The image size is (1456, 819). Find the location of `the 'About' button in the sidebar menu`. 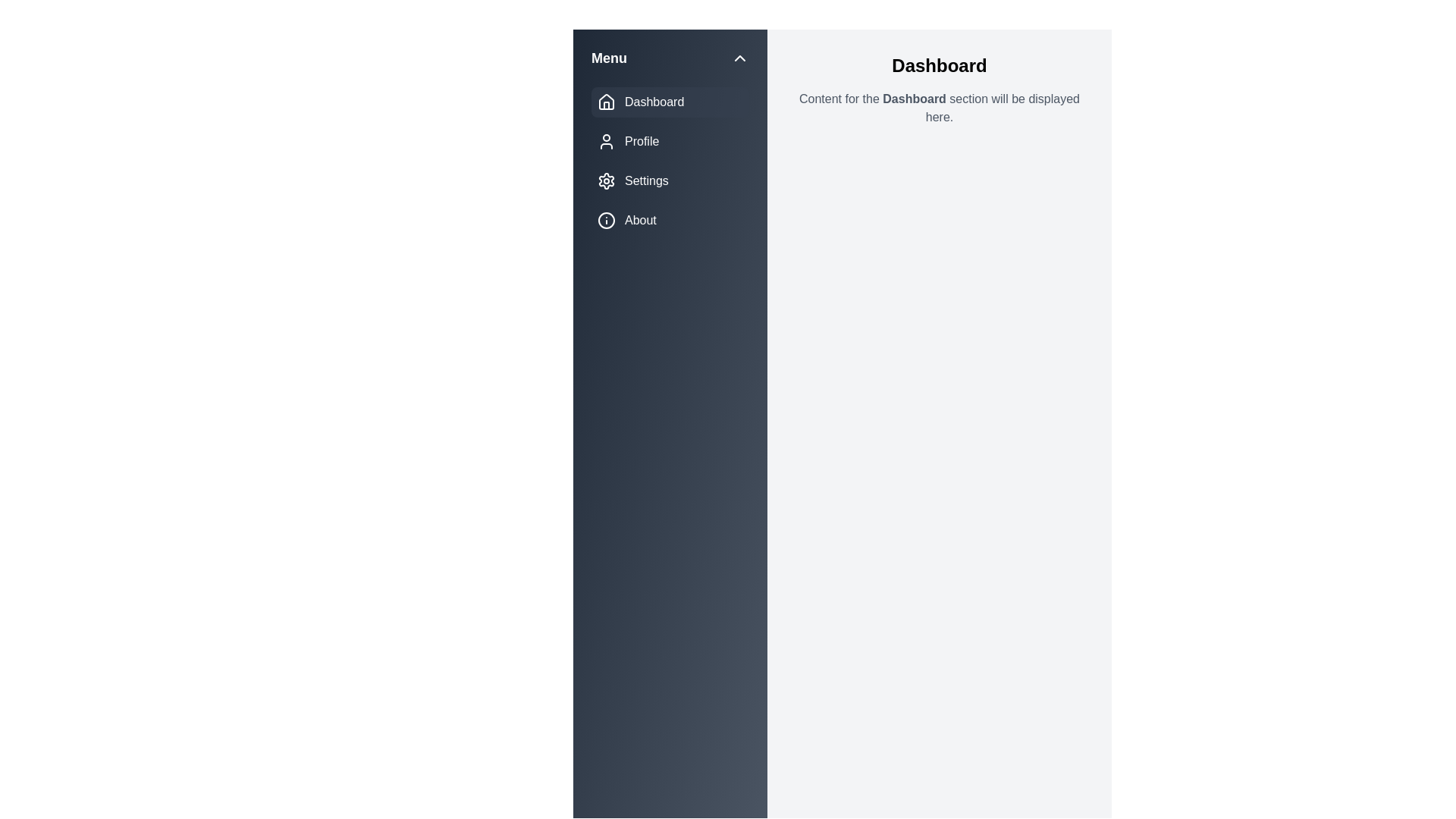

the 'About' button in the sidebar menu is located at coordinates (669, 220).